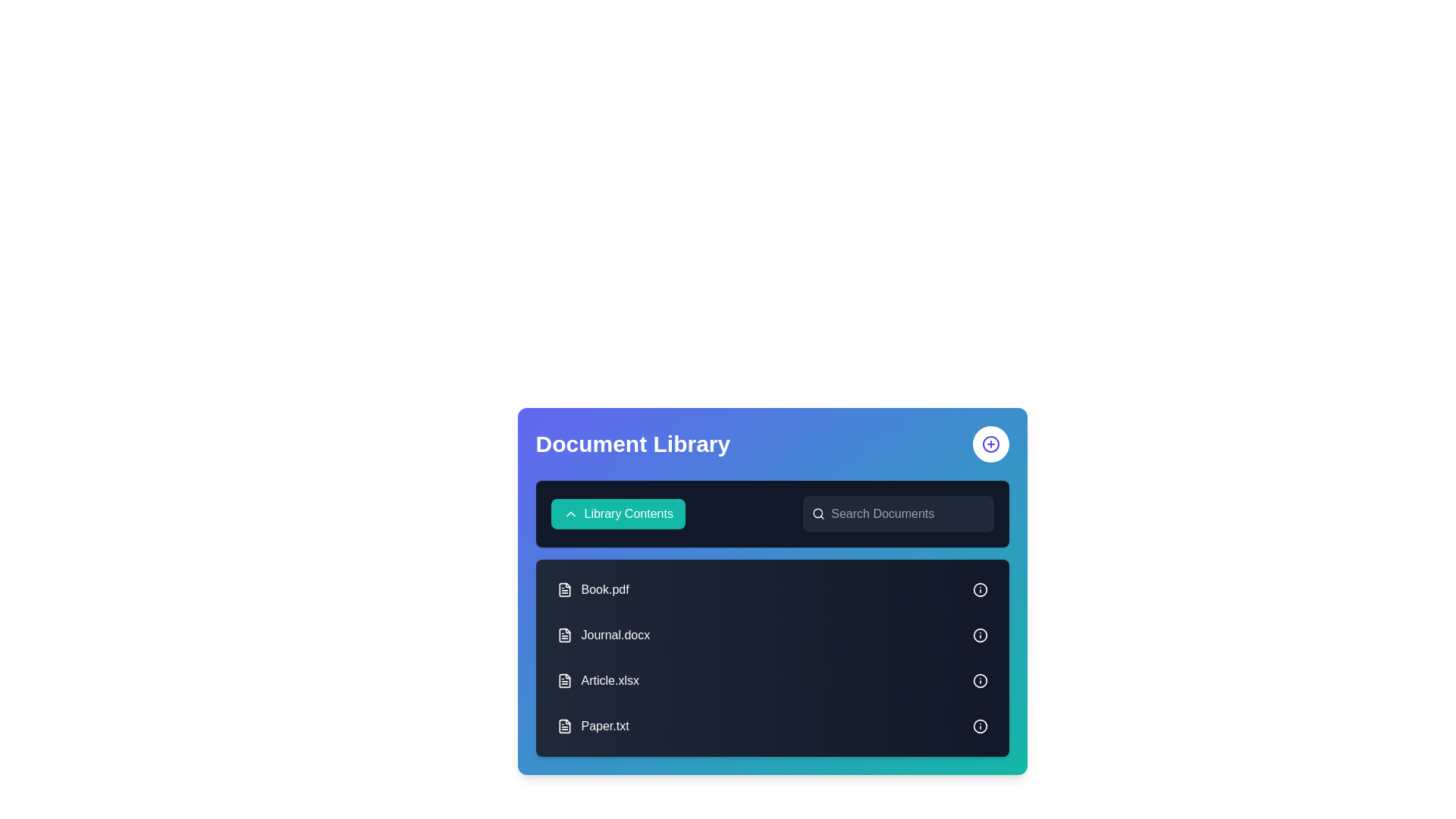  Describe the element at coordinates (570, 513) in the screenshot. I see `the icon located to the left of the 'Library Contents' button` at that location.